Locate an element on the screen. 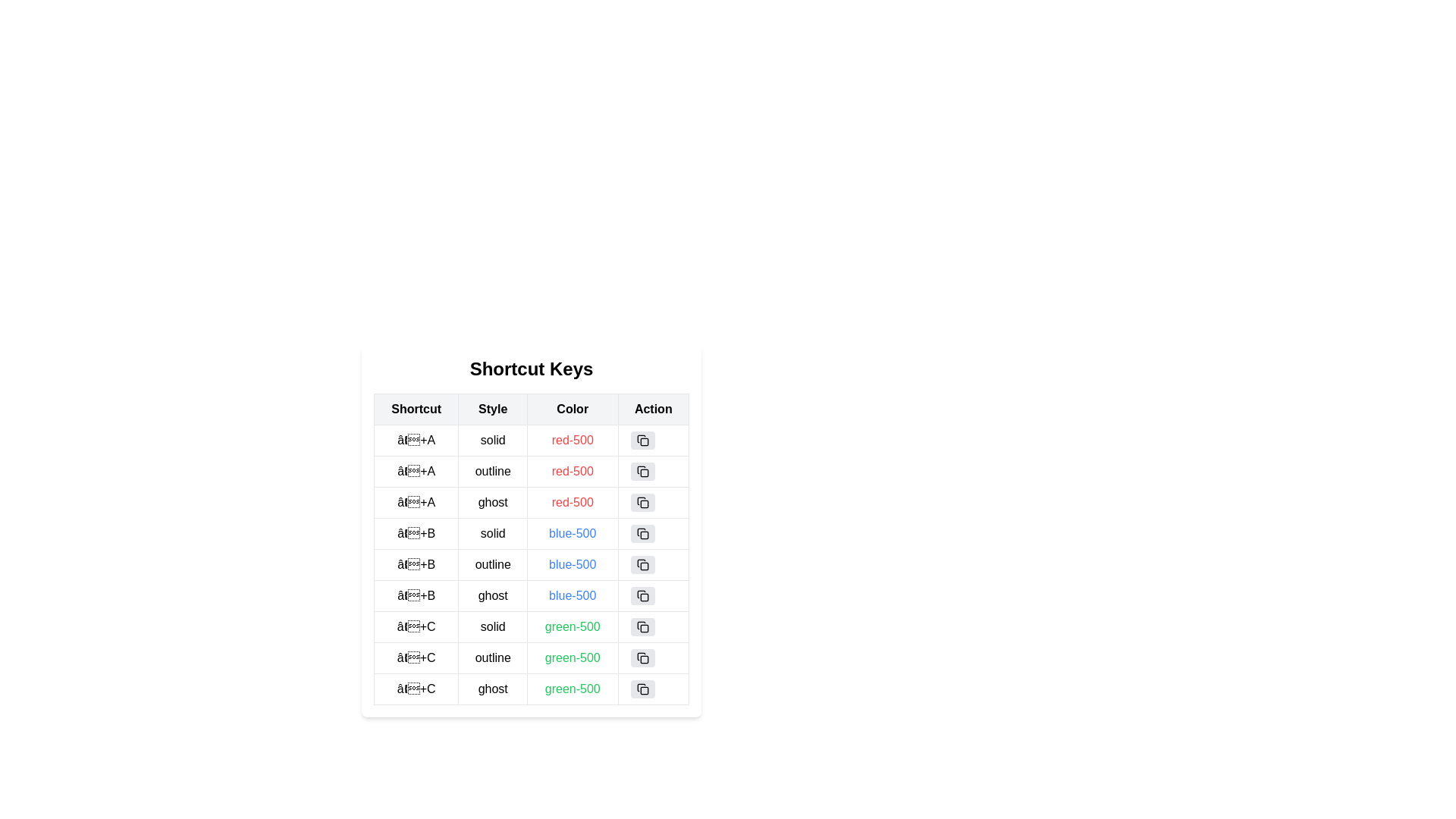 Image resolution: width=1456 pixels, height=819 pixels. the SVG graphical element in the 'Action' column of the table row, which is styled with 'outline' and 'blue-500' color is located at coordinates (644, 566).